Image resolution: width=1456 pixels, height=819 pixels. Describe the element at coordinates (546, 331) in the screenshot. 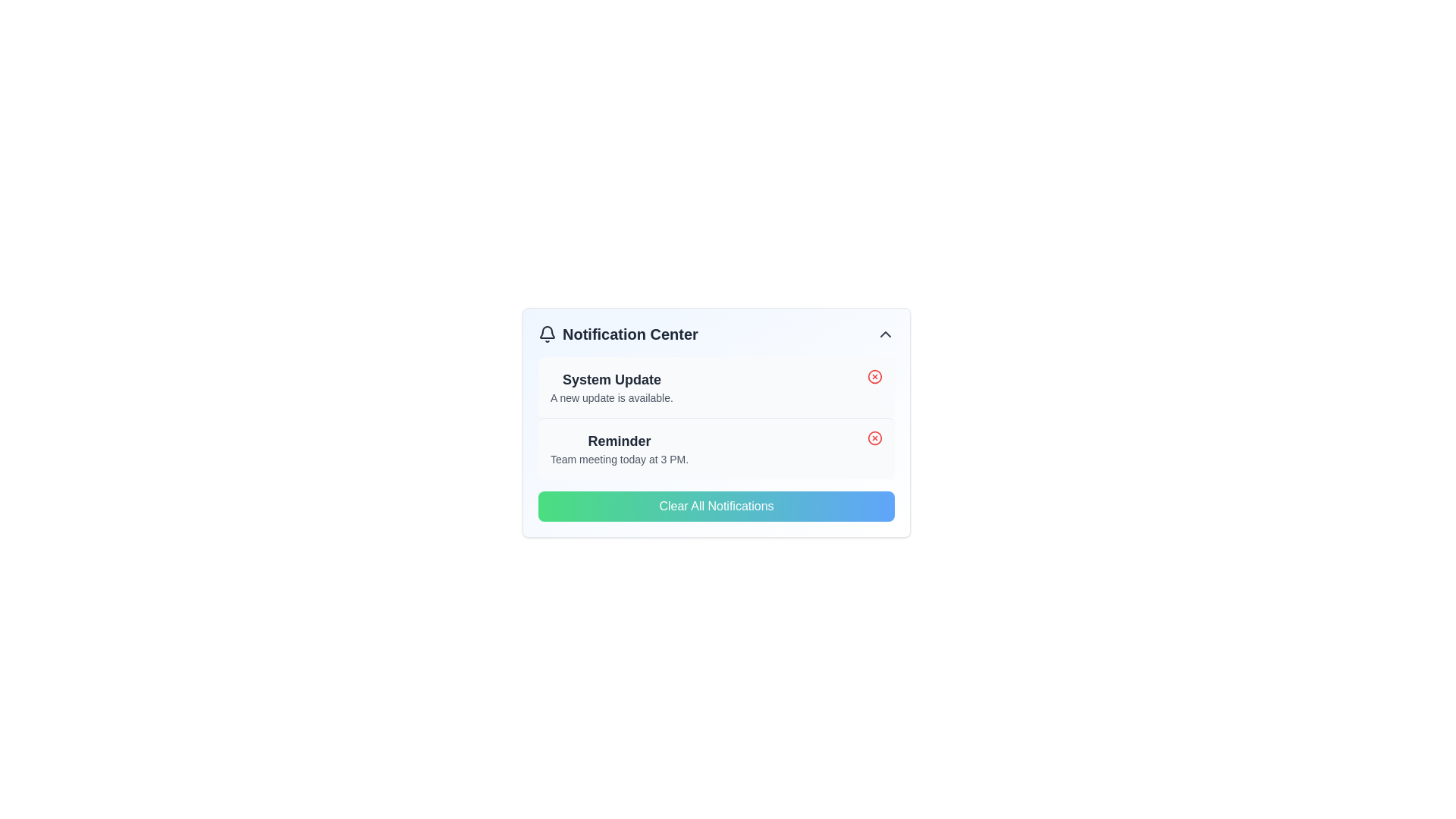

I see `the bell icon in the top-left corner of the notification center panel, which indicates notifications or alerts` at that location.